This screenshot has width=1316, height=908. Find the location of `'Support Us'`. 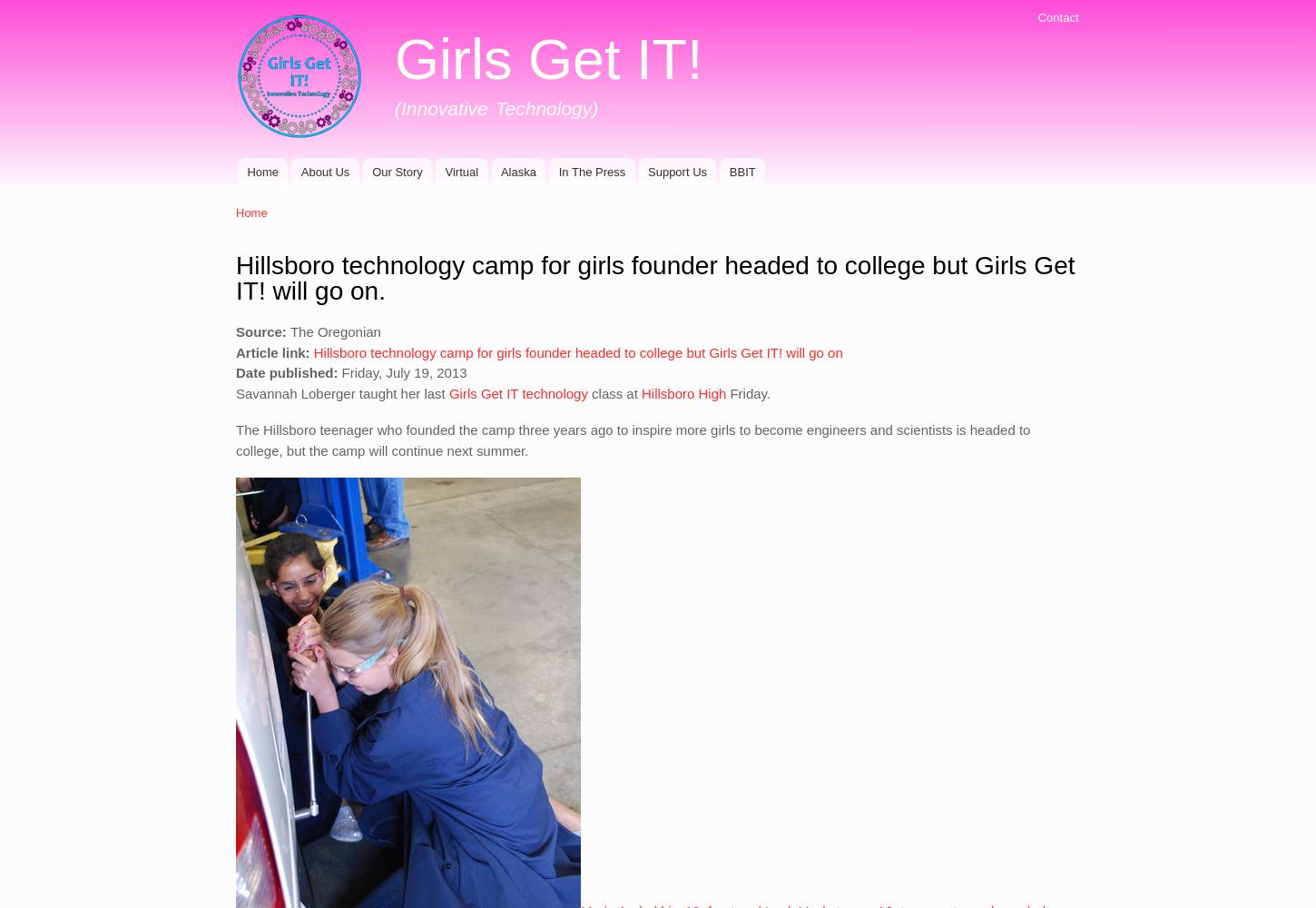

'Support Us' is located at coordinates (677, 171).